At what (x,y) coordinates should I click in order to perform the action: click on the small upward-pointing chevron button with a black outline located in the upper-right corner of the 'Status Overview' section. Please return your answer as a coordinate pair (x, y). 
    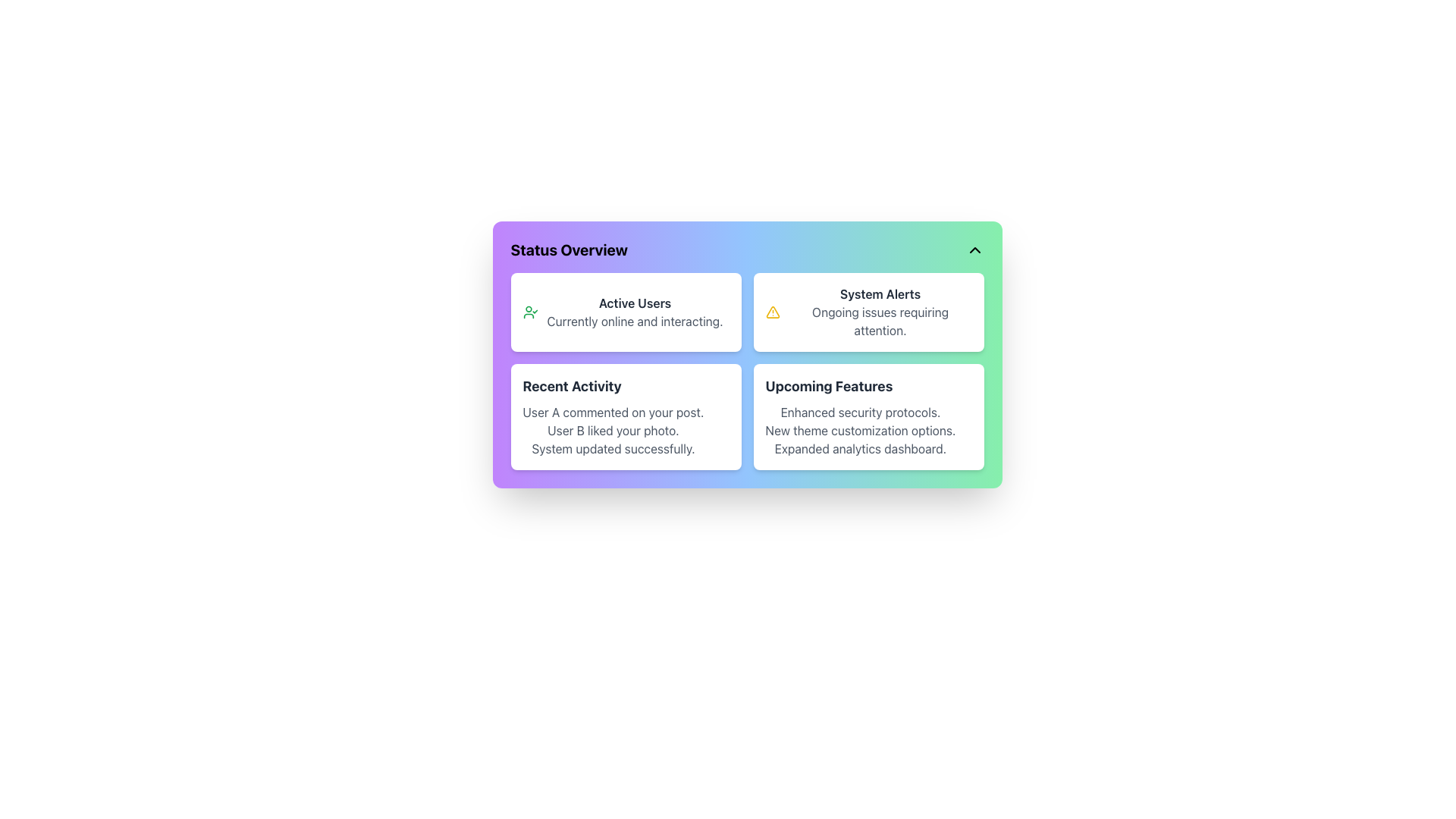
    Looking at the image, I should click on (974, 249).